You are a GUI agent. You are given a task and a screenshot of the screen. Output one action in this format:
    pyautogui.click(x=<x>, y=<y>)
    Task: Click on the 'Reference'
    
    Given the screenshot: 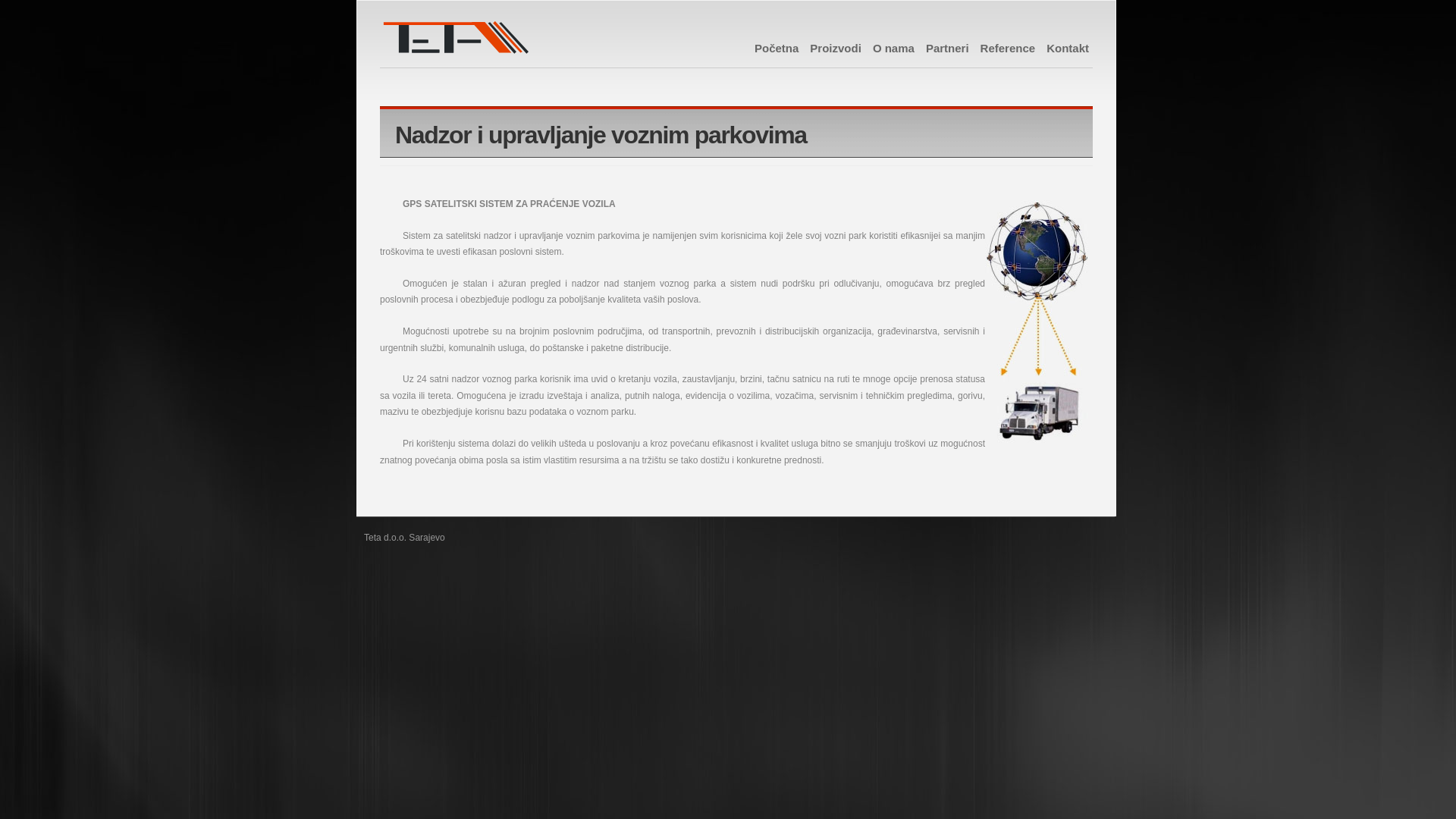 What is the action you would take?
    pyautogui.click(x=980, y=47)
    